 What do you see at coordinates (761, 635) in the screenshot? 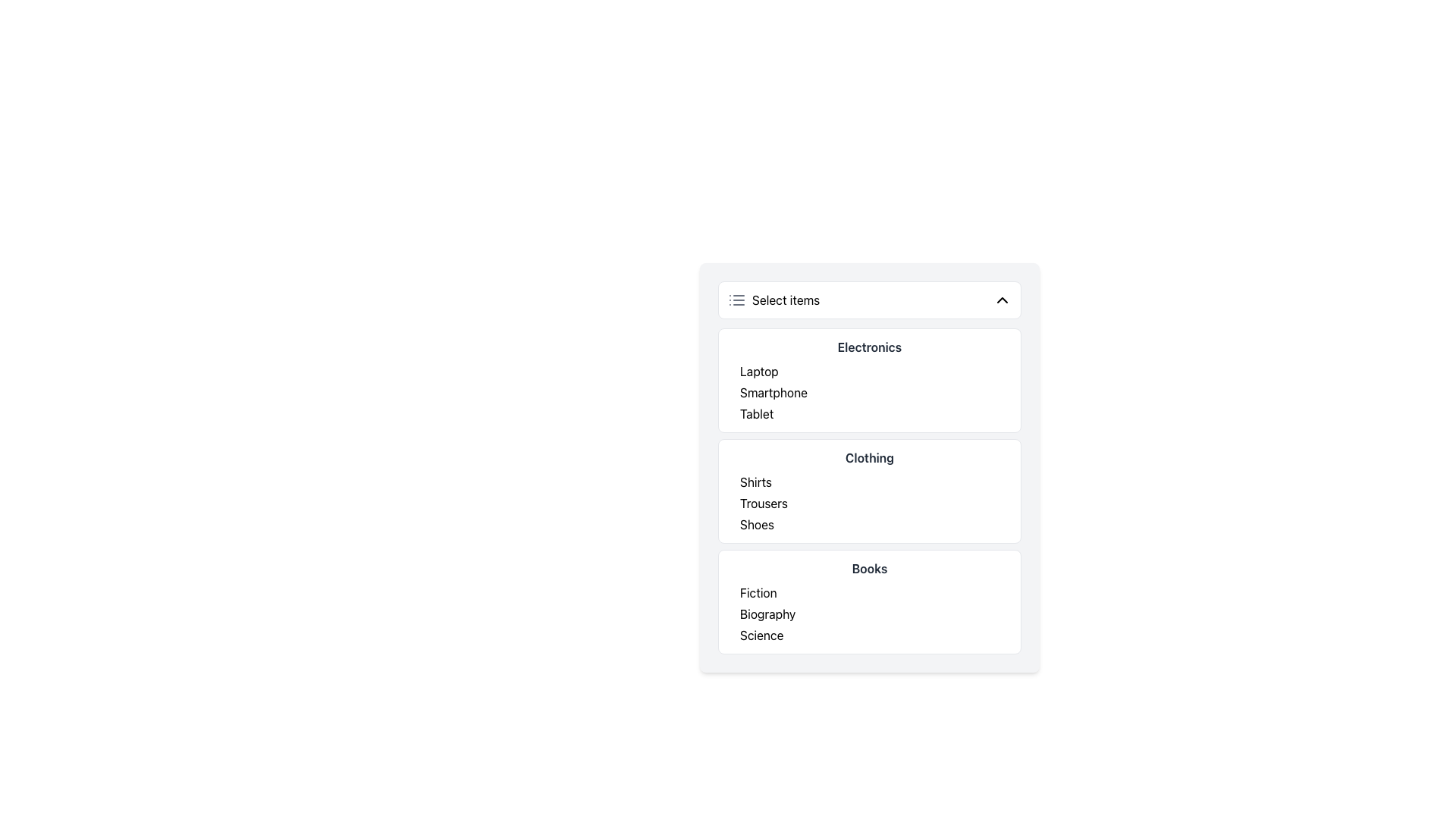
I see `the 'Science' text label in the 'Books' category` at bounding box center [761, 635].